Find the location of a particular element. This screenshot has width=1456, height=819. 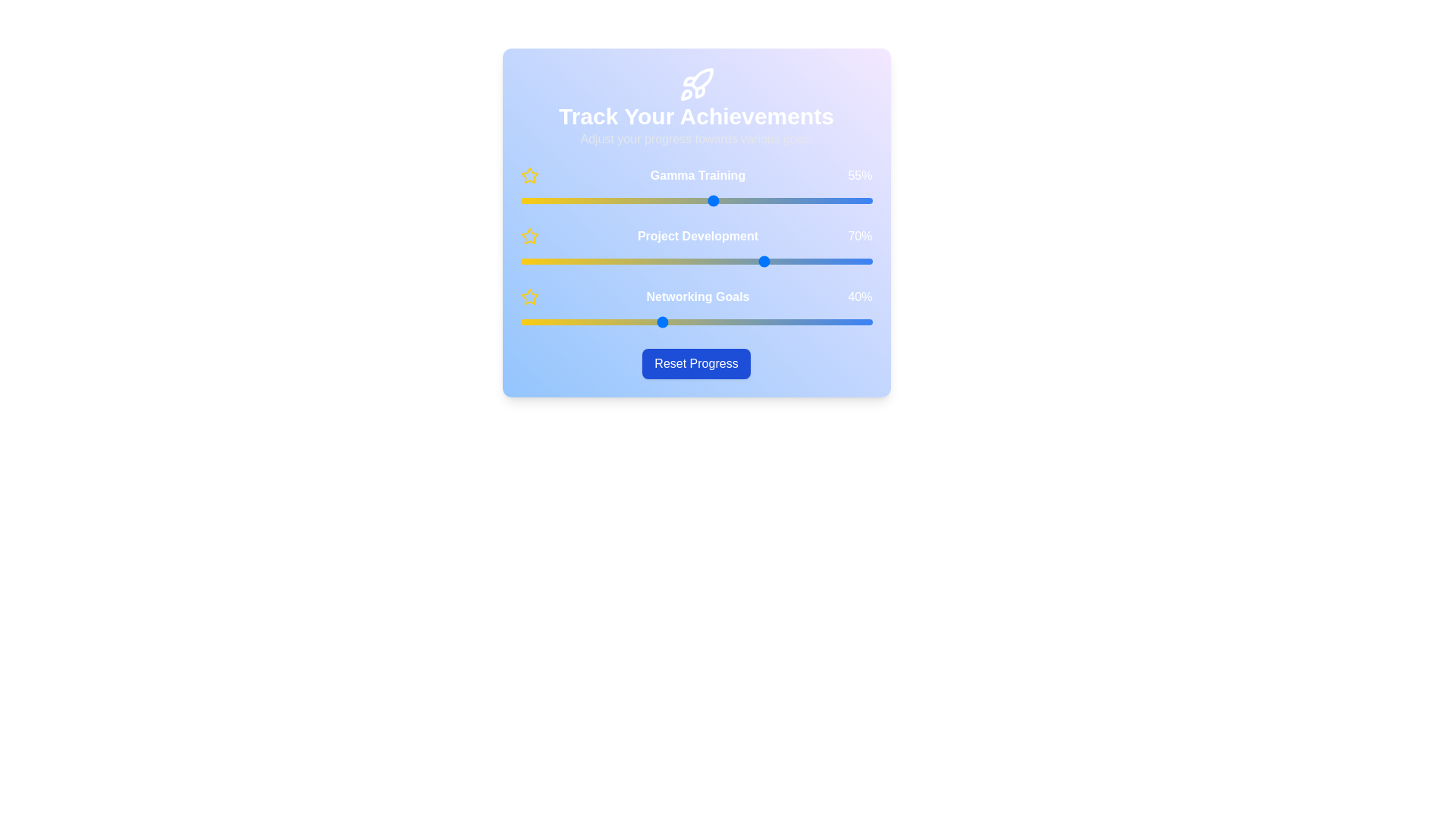

the 'Gamma Training' slider to 55% is located at coordinates (713, 200).